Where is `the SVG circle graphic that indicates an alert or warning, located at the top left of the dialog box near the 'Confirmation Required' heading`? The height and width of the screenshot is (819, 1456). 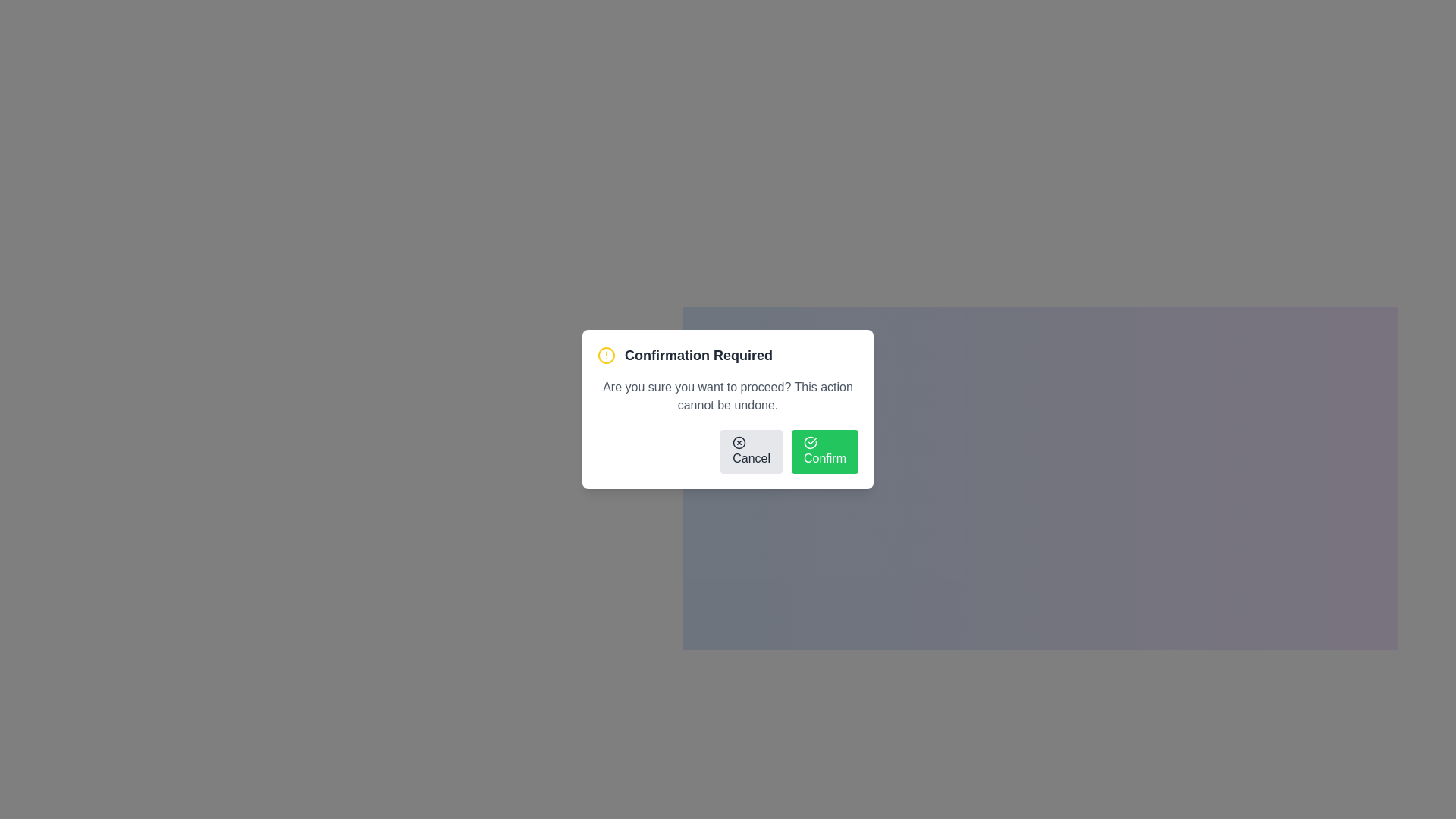
the SVG circle graphic that indicates an alert or warning, located at the top left of the dialog box near the 'Confirmation Required' heading is located at coordinates (607, 356).